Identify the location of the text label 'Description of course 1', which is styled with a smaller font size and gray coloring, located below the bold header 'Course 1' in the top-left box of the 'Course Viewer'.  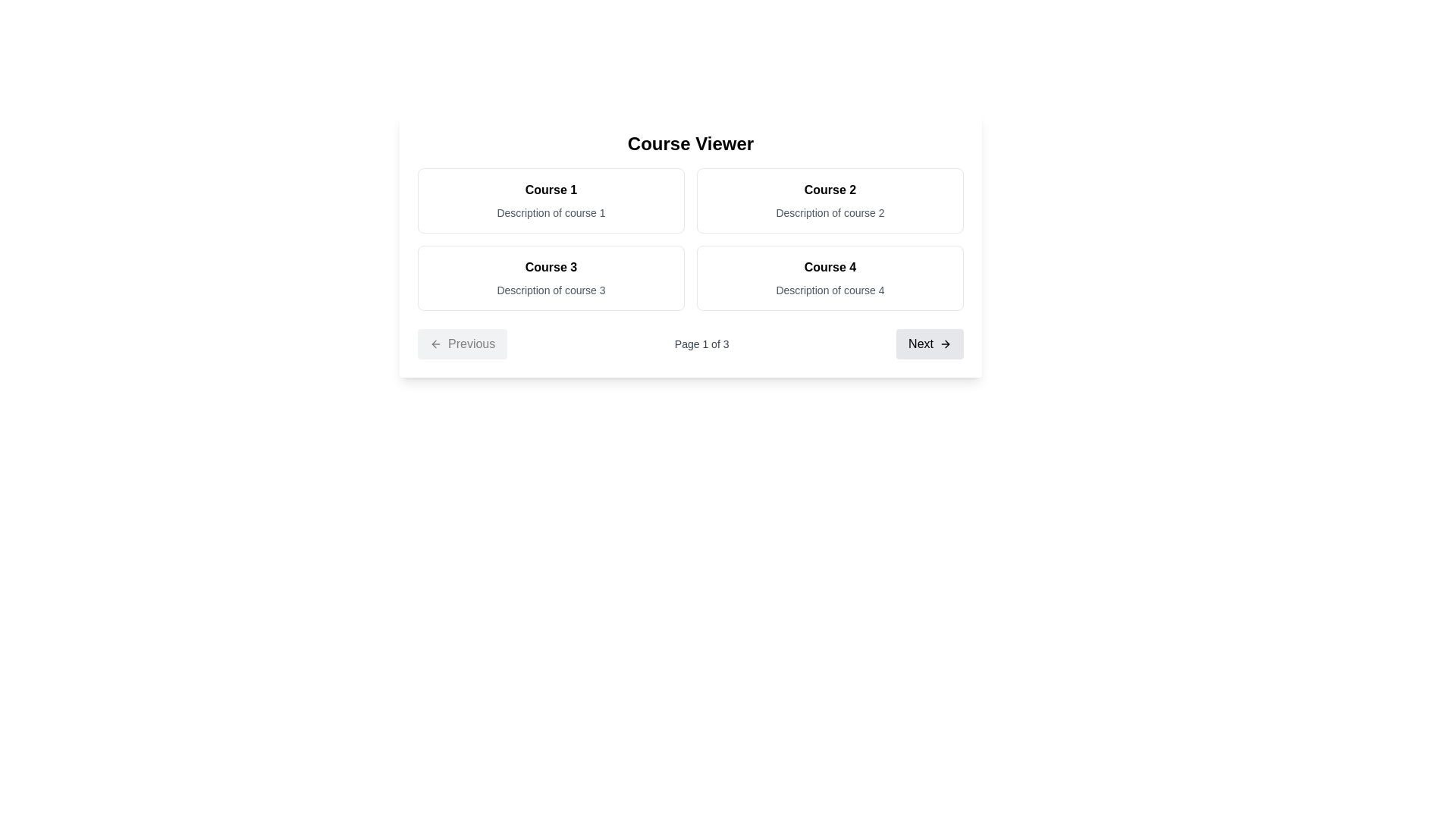
(550, 213).